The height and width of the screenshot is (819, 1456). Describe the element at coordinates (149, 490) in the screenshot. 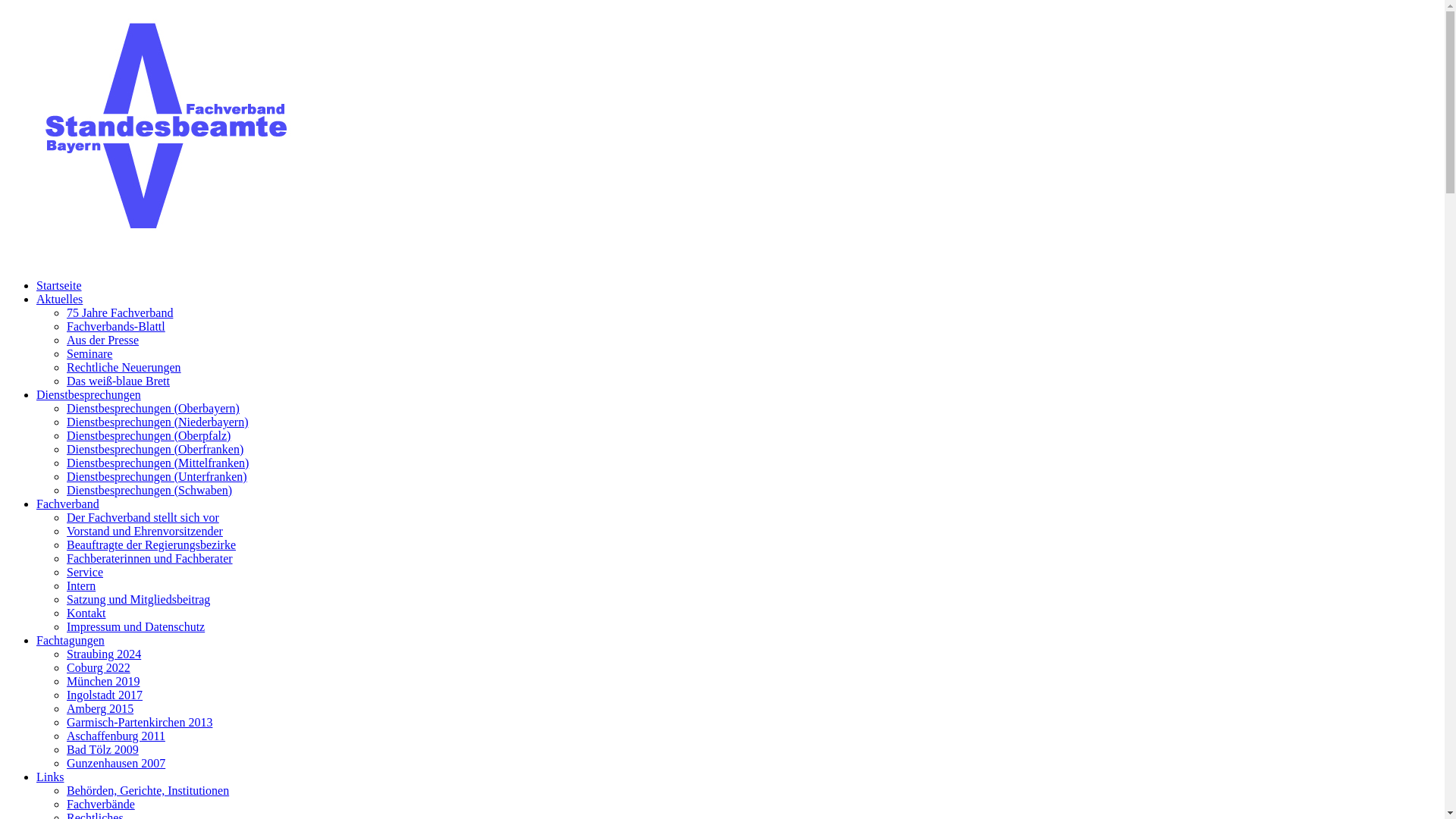

I see `'Dienstbesprechungen (Schwaben)'` at that location.